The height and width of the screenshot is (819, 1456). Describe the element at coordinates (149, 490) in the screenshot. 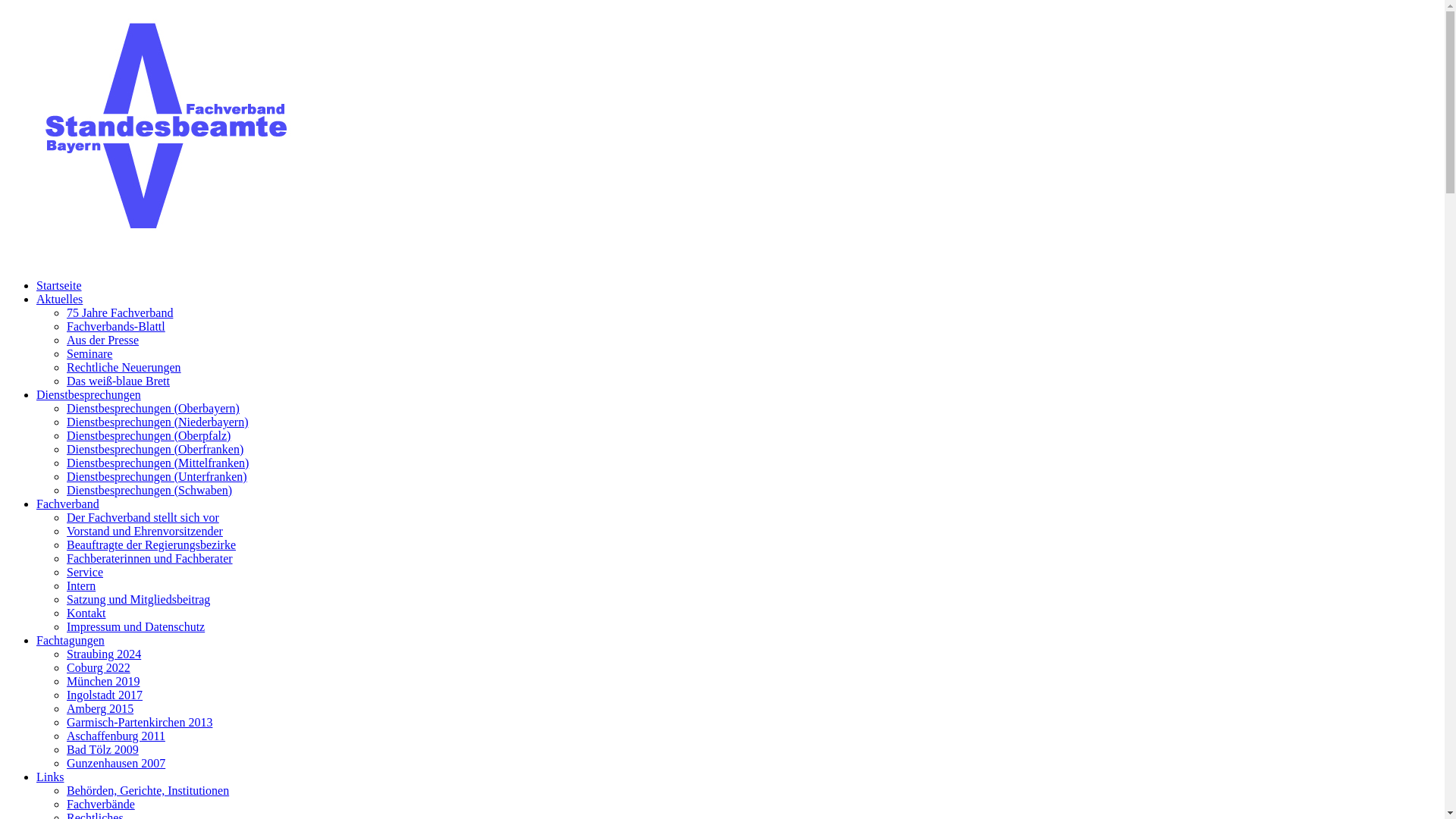

I see `'Dienstbesprechungen (Schwaben)'` at that location.